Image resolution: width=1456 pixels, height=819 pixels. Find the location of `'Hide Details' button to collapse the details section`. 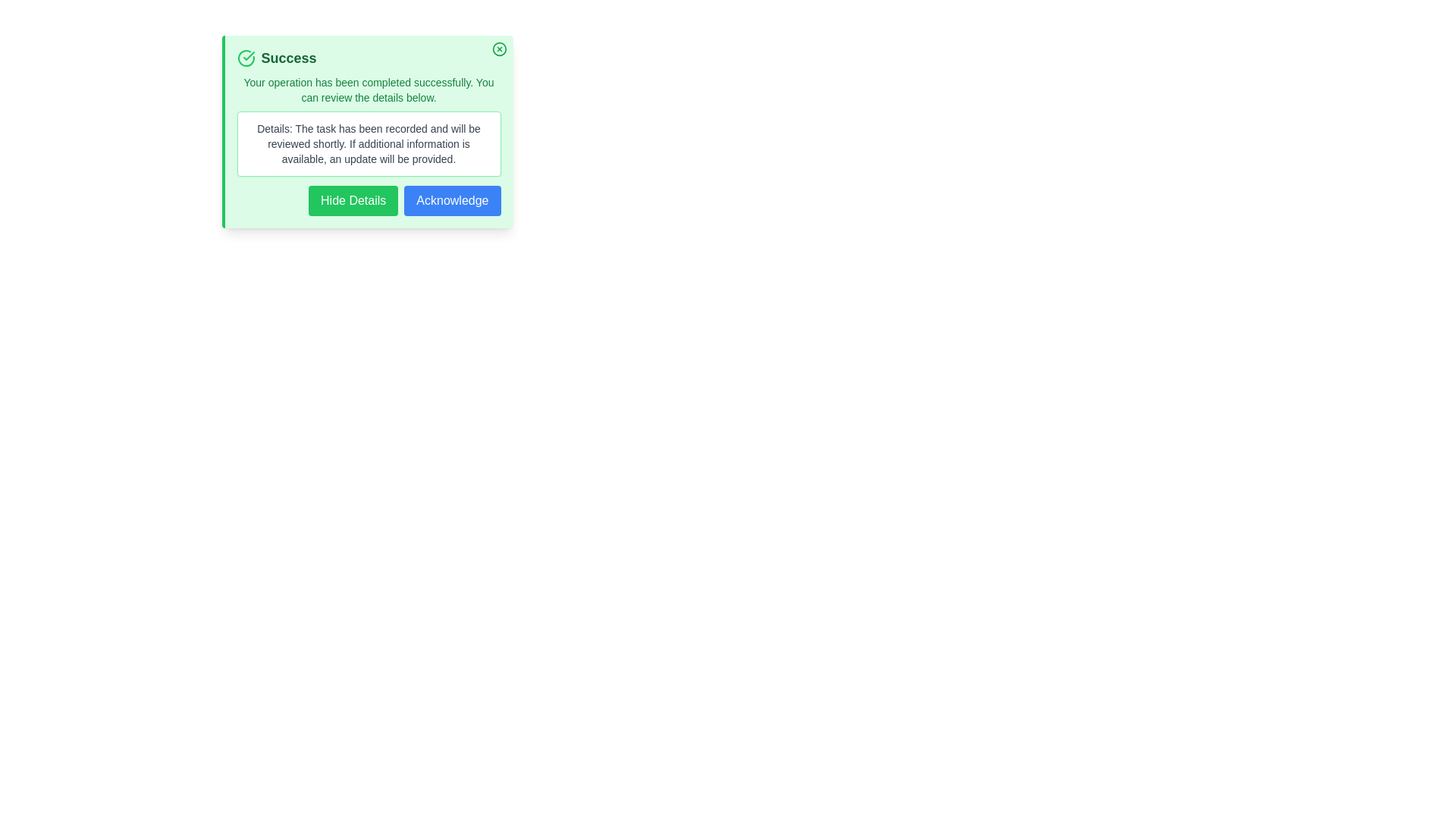

'Hide Details' button to collapse the details section is located at coordinates (352, 200).